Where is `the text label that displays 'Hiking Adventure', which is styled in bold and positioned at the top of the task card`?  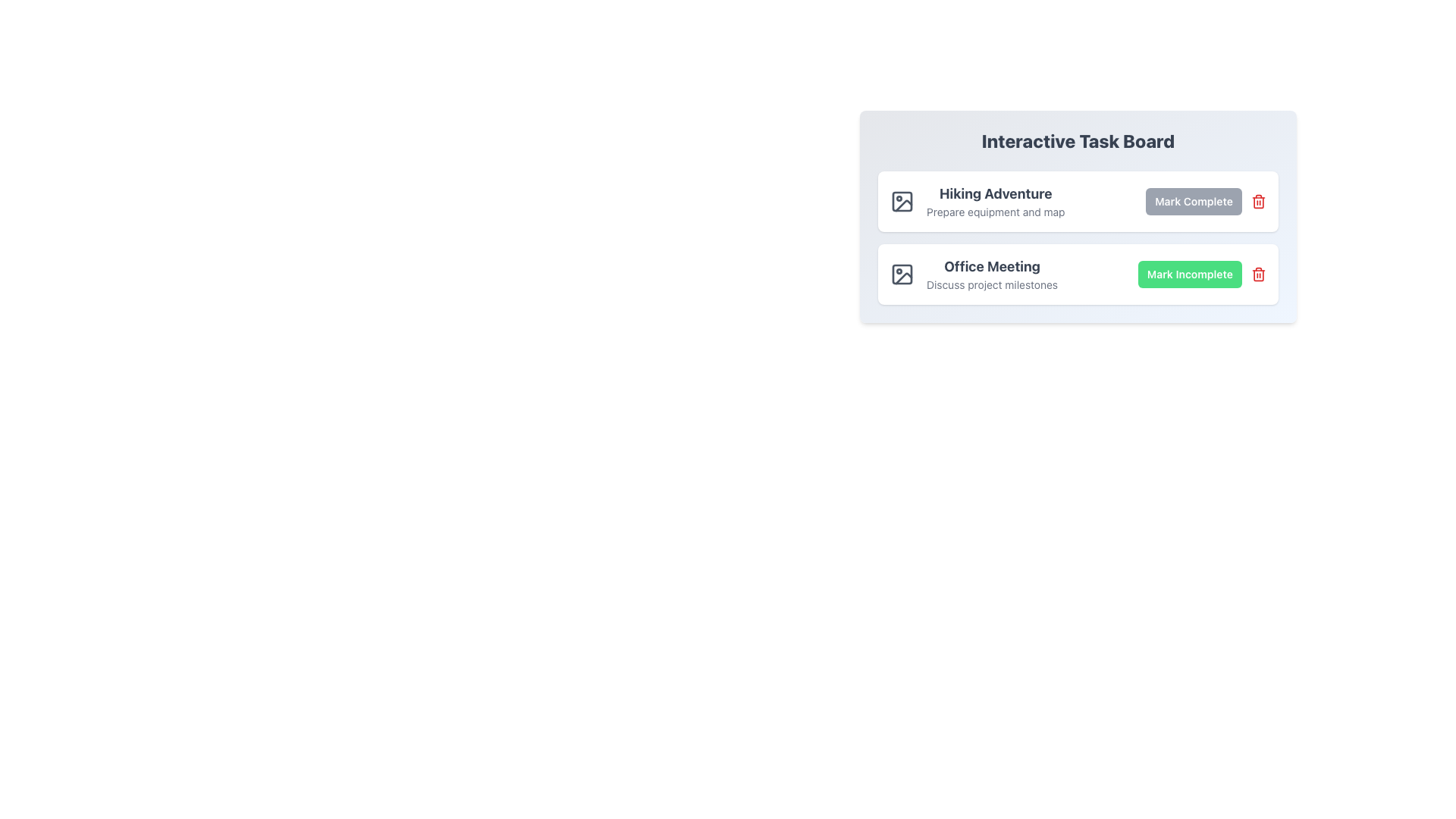
the text label that displays 'Hiking Adventure', which is styled in bold and positioned at the top of the task card is located at coordinates (996, 193).